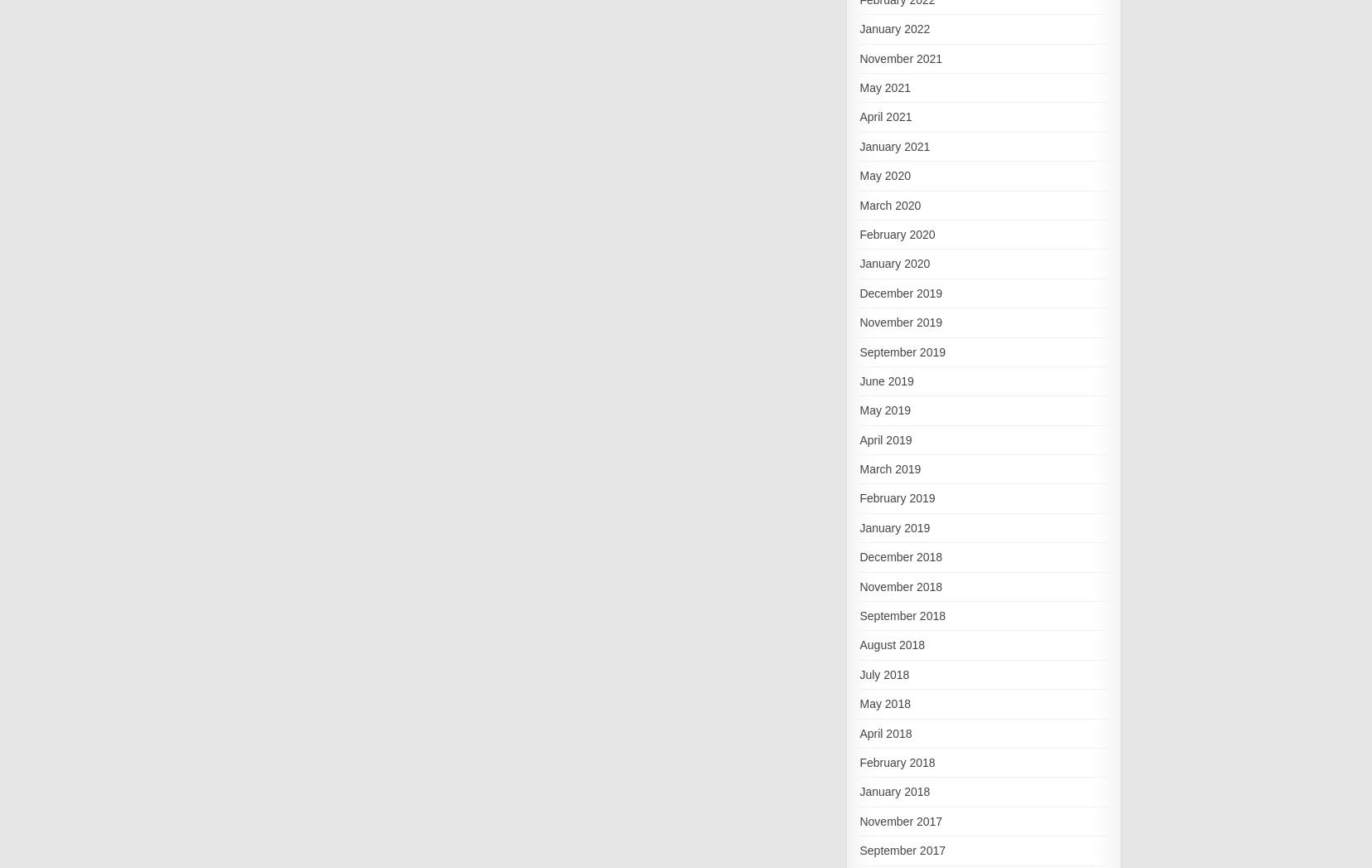 Image resolution: width=1372 pixels, height=868 pixels. Describe the element at coordinates (883, 175) in the screenshot. I see `'May 2020'` at that location.